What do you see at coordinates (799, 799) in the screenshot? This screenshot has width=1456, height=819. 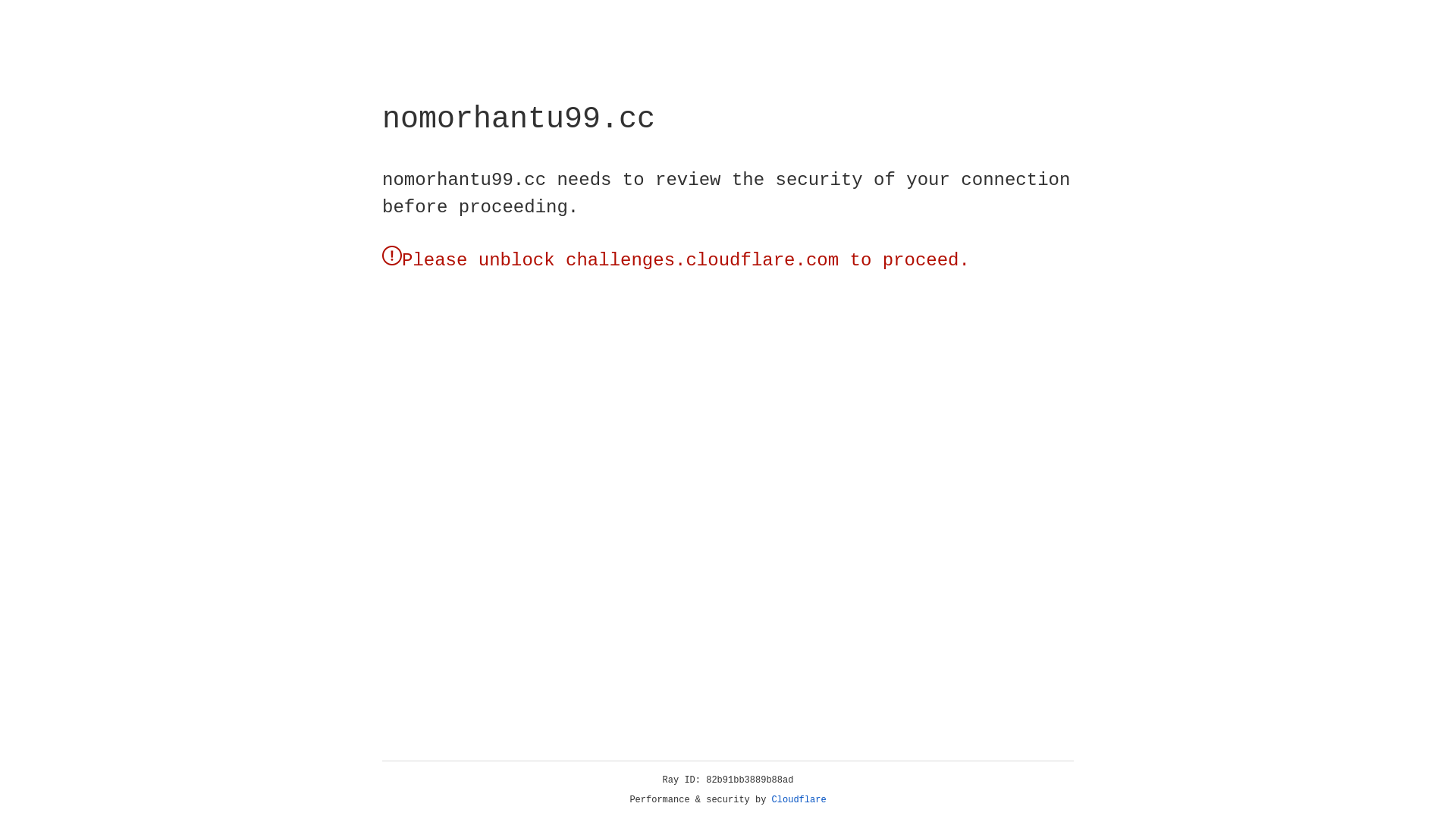 I see `'Cloudflare'` at bounding box center [799, 799].